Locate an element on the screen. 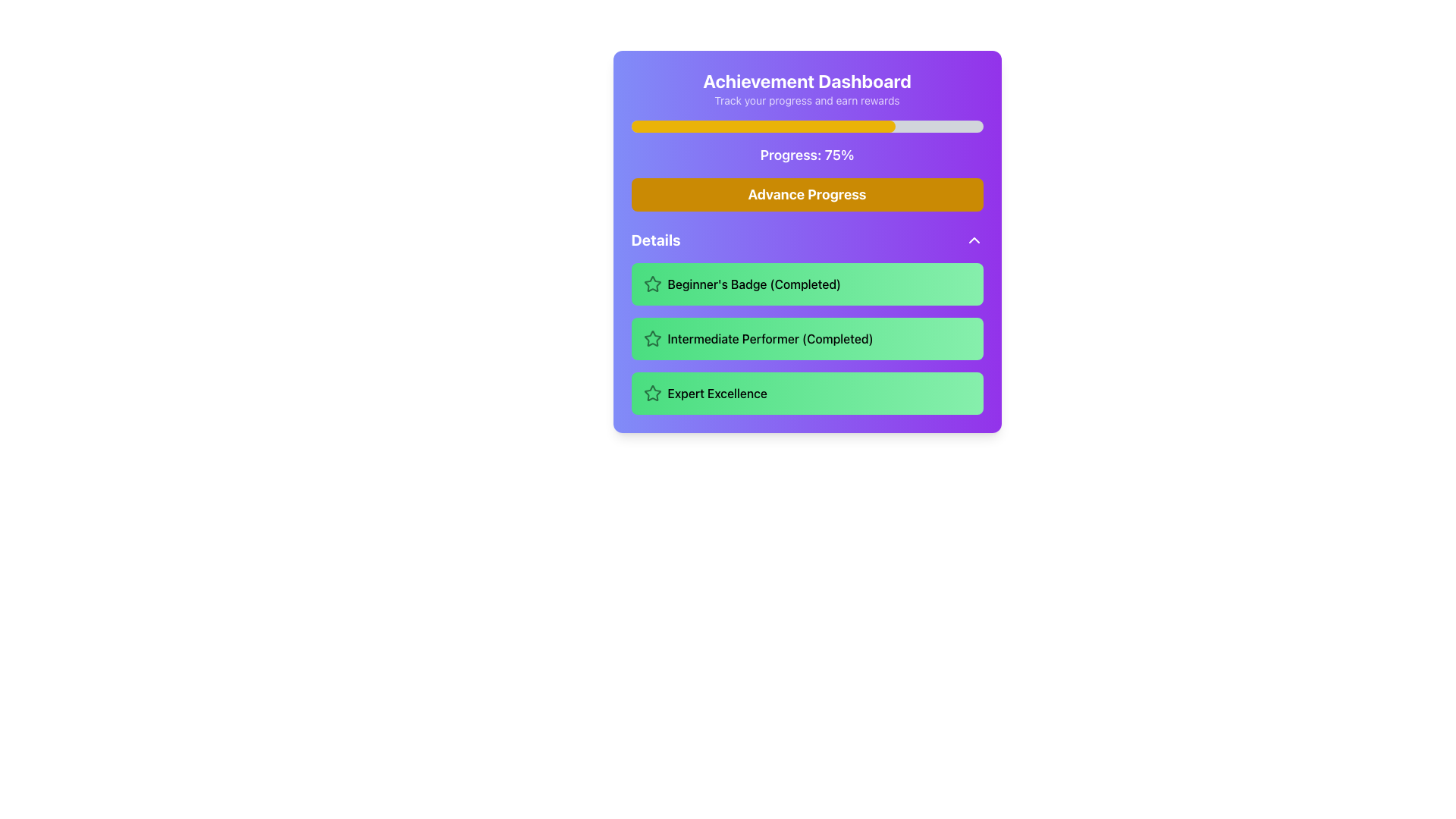  the 'Beginner's Badge (Completed)' text label with the star icon is located at coordinates (806, 284).